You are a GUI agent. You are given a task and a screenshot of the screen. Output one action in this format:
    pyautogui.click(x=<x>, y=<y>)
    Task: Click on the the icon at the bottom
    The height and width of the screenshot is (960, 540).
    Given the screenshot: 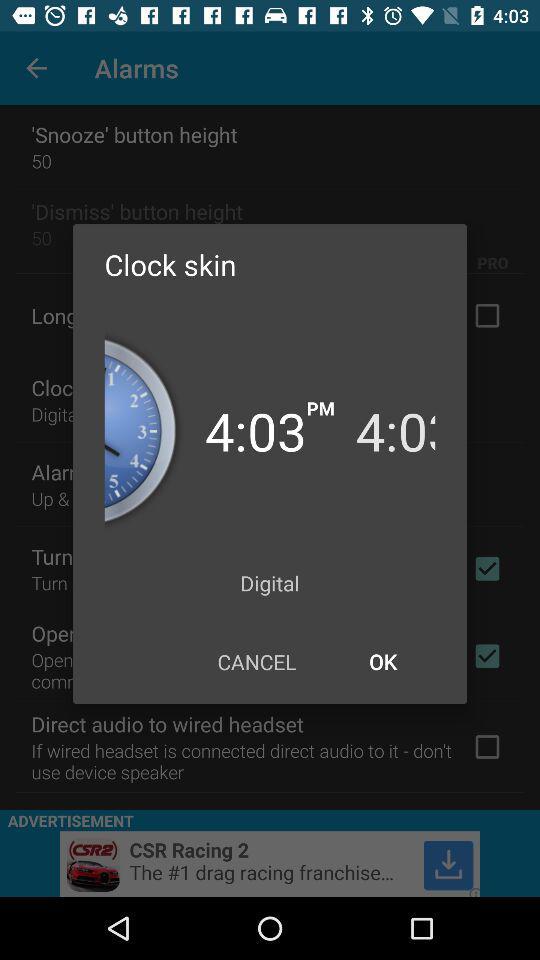 What is the action you would take?
    pyautogui.click(x=256, y=661)
    